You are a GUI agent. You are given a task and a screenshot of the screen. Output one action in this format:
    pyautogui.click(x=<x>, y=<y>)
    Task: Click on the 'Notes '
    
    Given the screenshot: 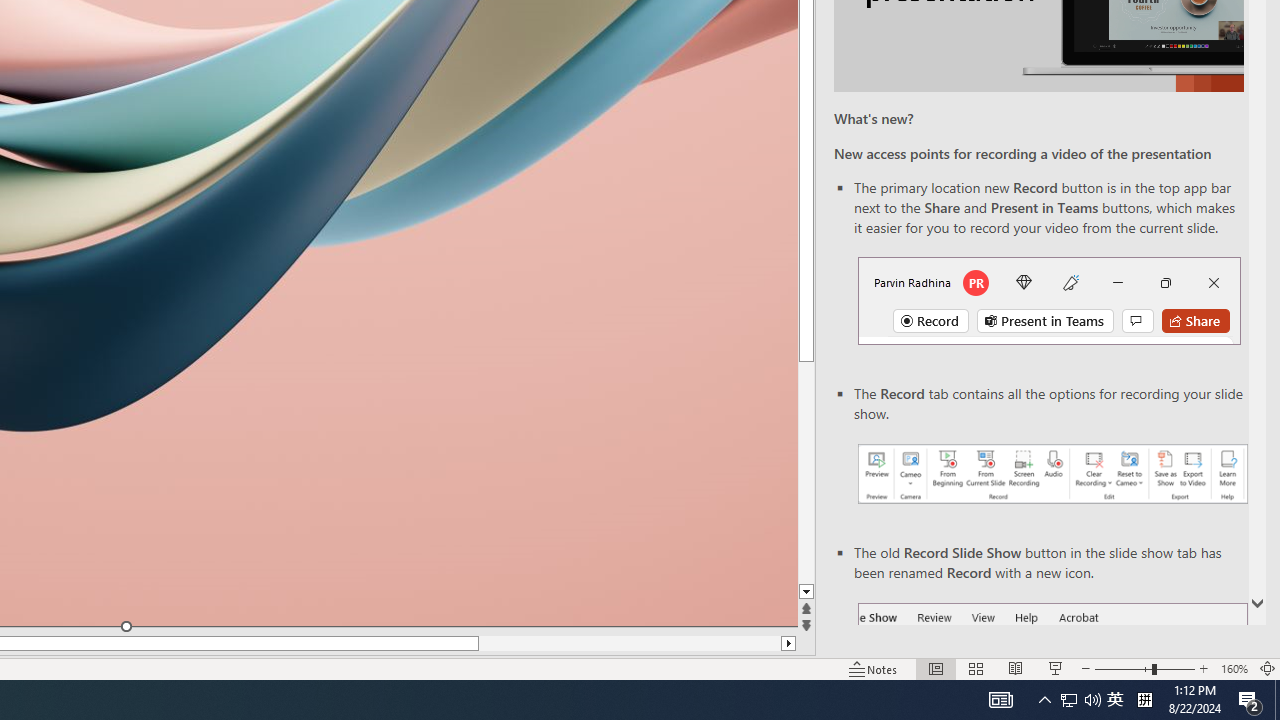 What is the action you would take?
    pyautogui.click(x=874, y=669)
    